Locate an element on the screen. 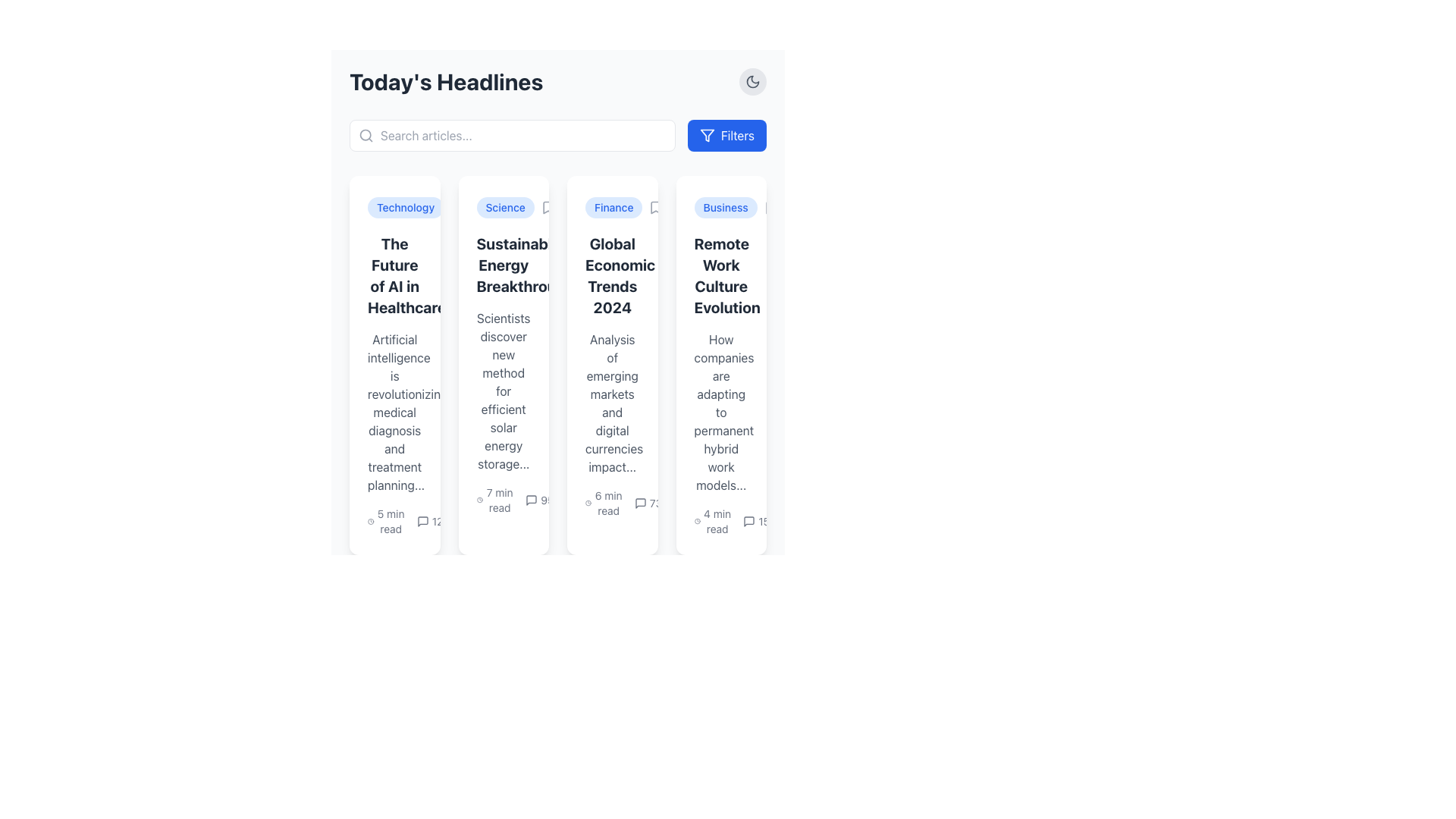 Image resolution: width=1456 pixels, height=819 pixels. the text label located below the title 'Remote Work Culture Evolution' in the fourth column of the card is located at coordinates (720, 412).